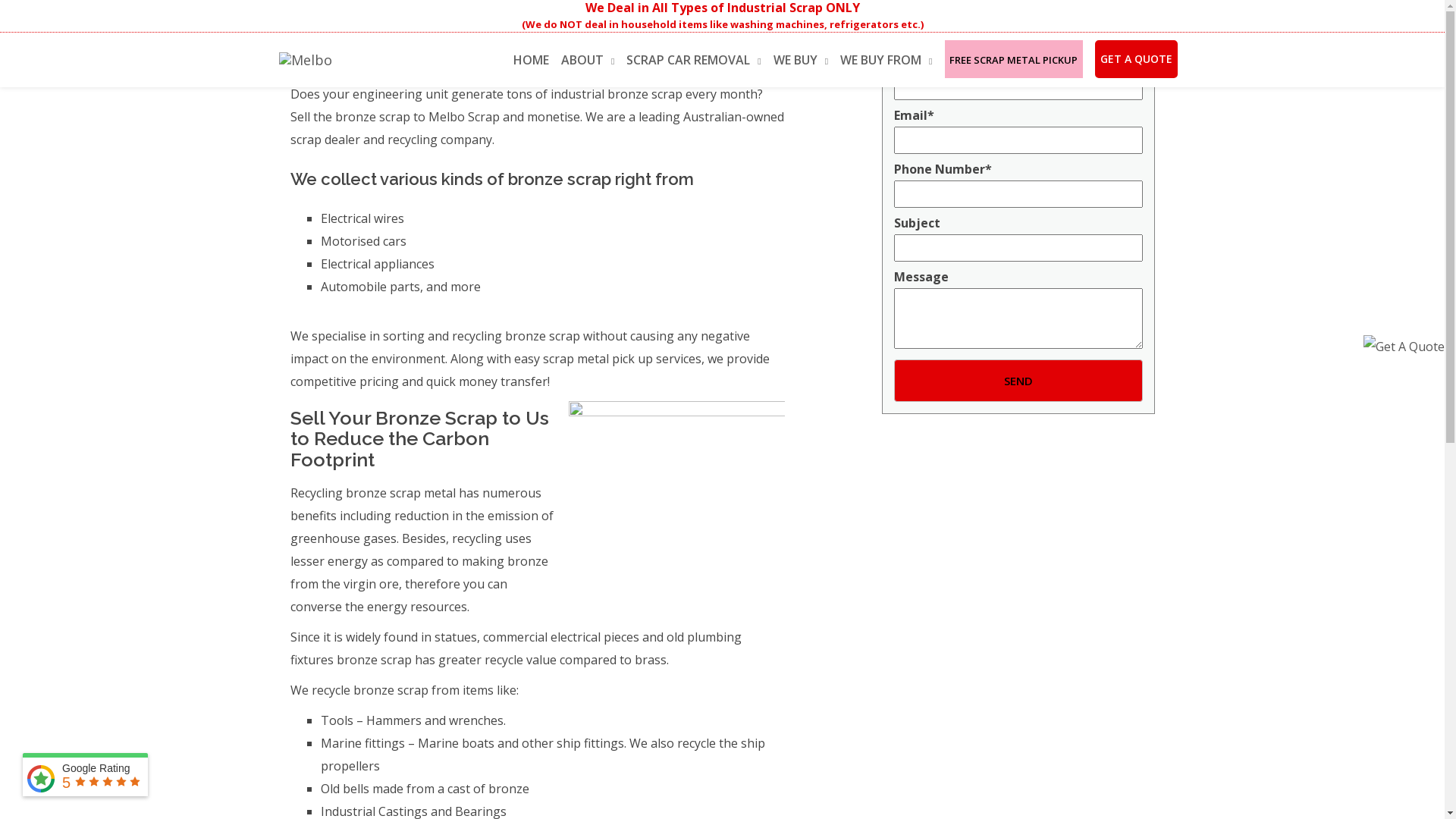  Describe the element at coordinates (886, 58) in the screenshot. I see `'WE BUY FROM'` at that location.